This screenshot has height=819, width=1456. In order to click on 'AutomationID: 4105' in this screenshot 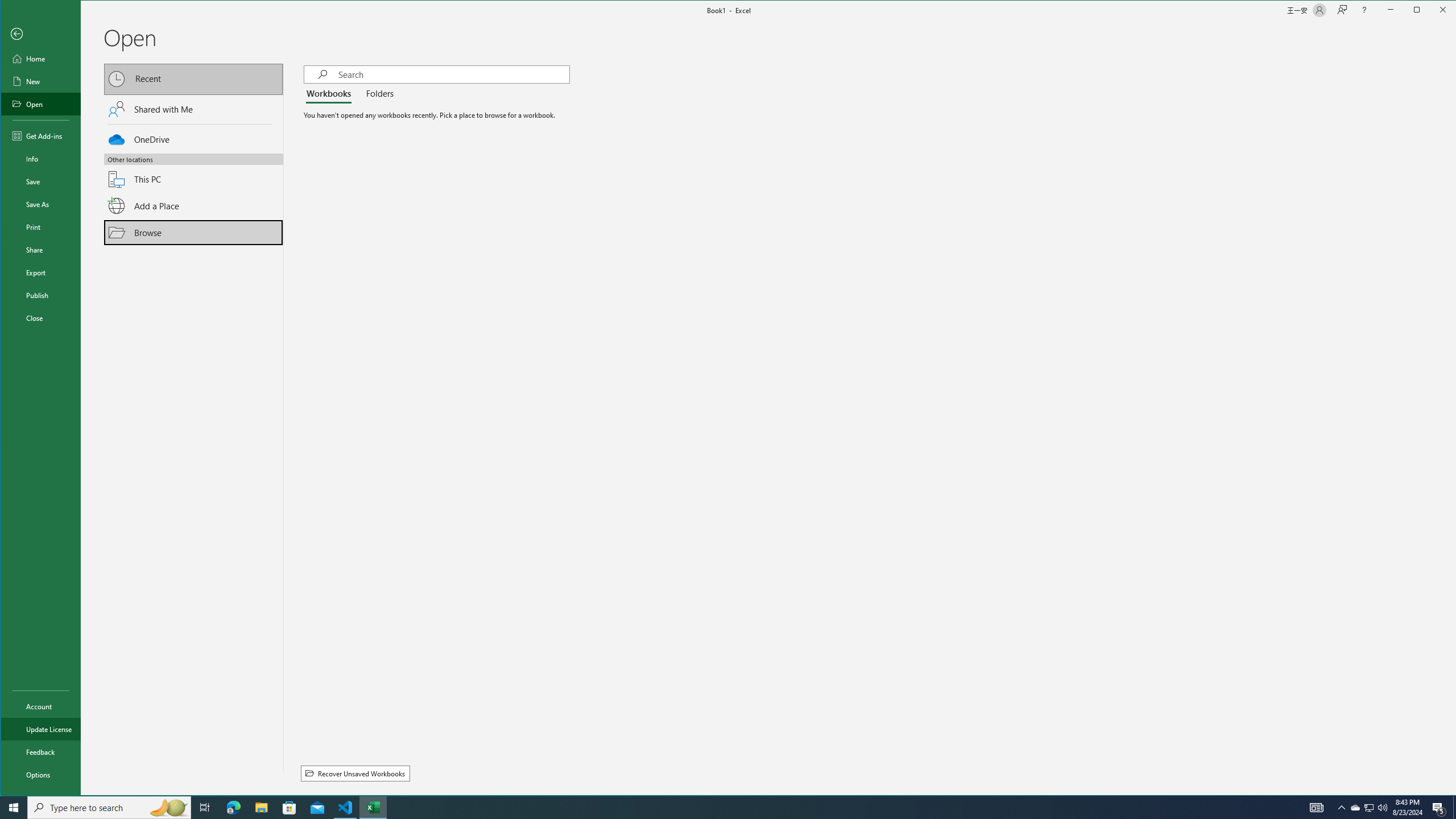, I will do `click(1317, 806)`.